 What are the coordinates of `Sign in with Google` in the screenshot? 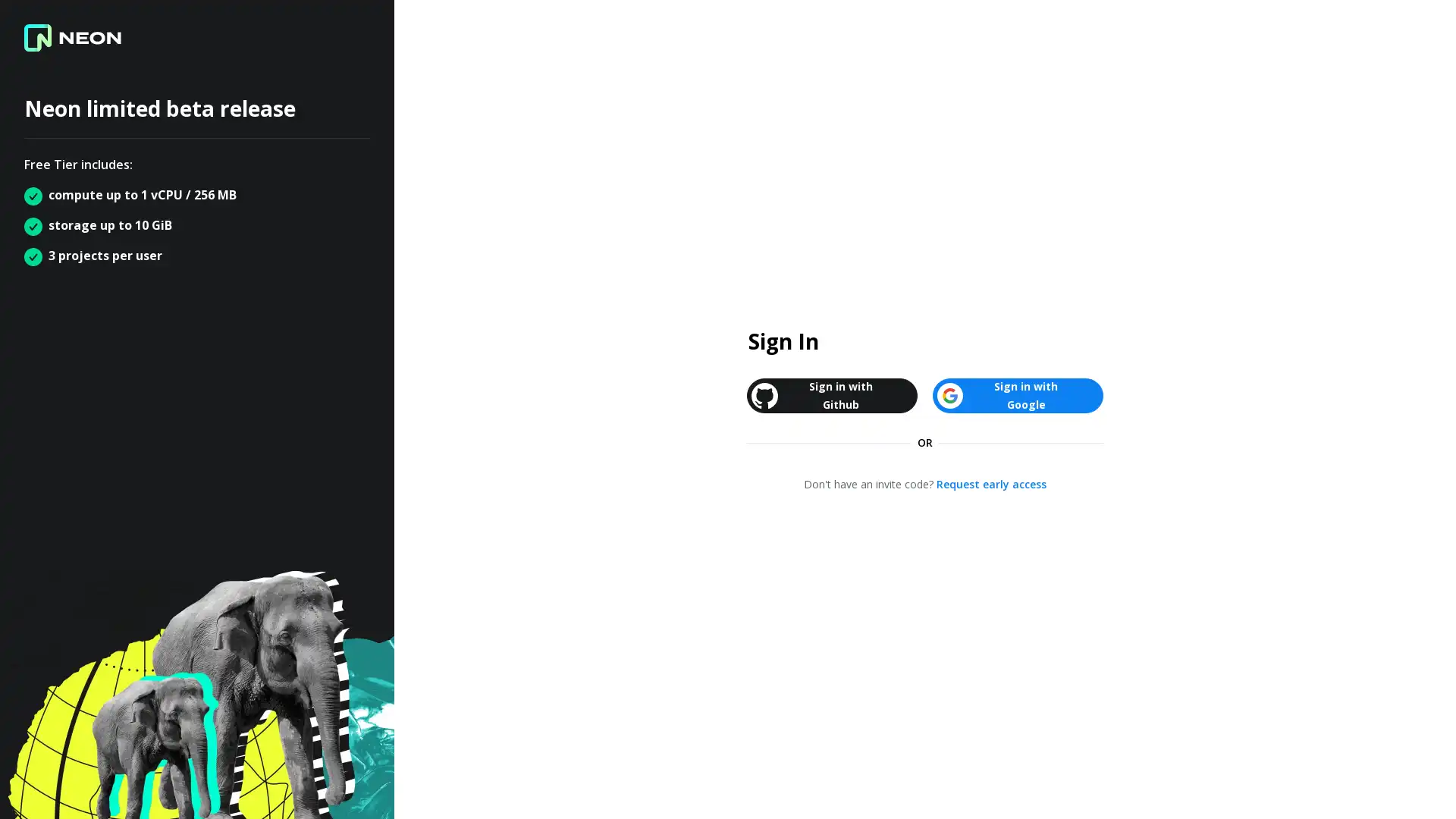 It's located at (1018, 394).